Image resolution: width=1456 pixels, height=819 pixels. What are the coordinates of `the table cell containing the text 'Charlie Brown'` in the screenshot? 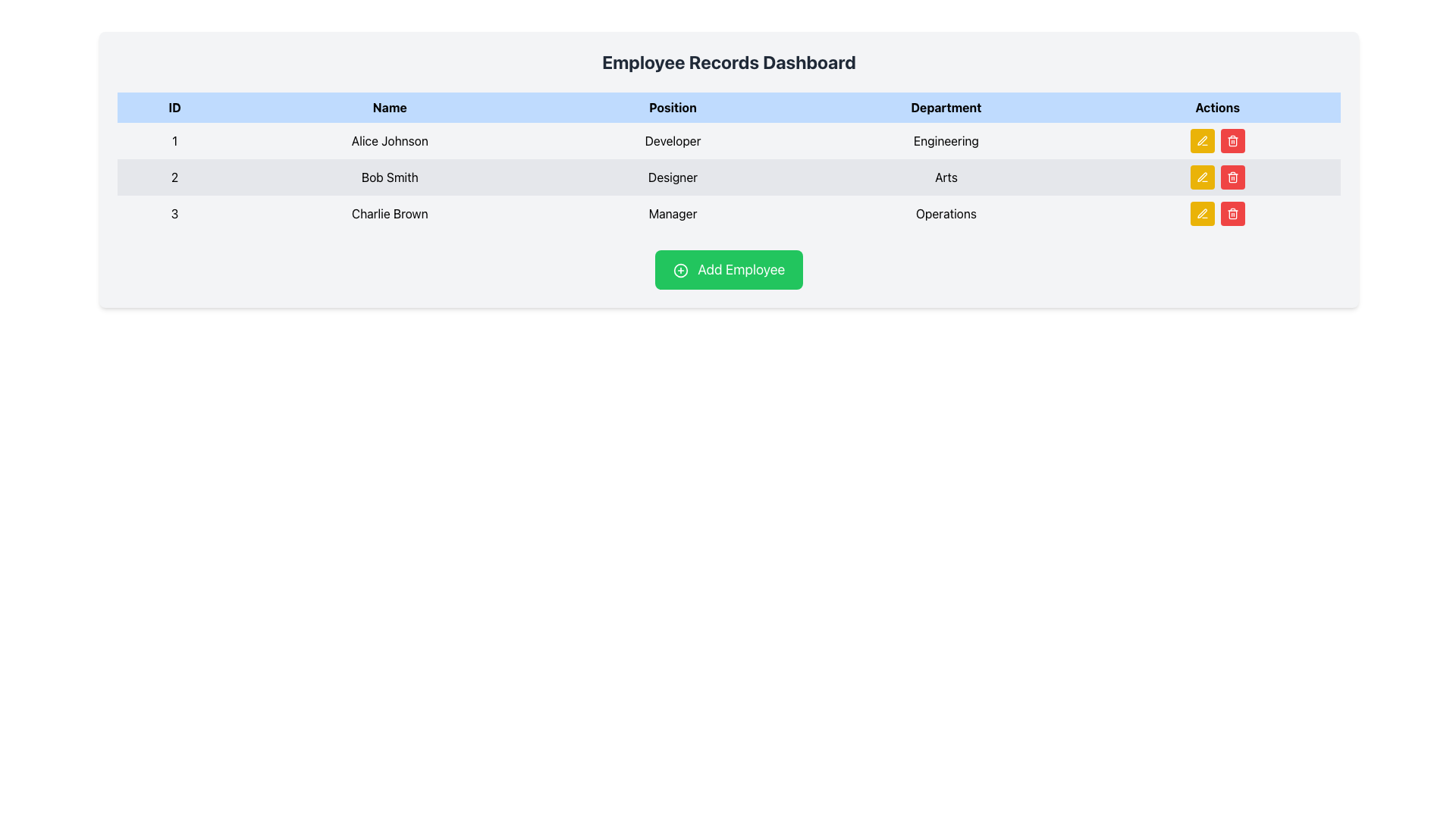 It's located at (389, 213).